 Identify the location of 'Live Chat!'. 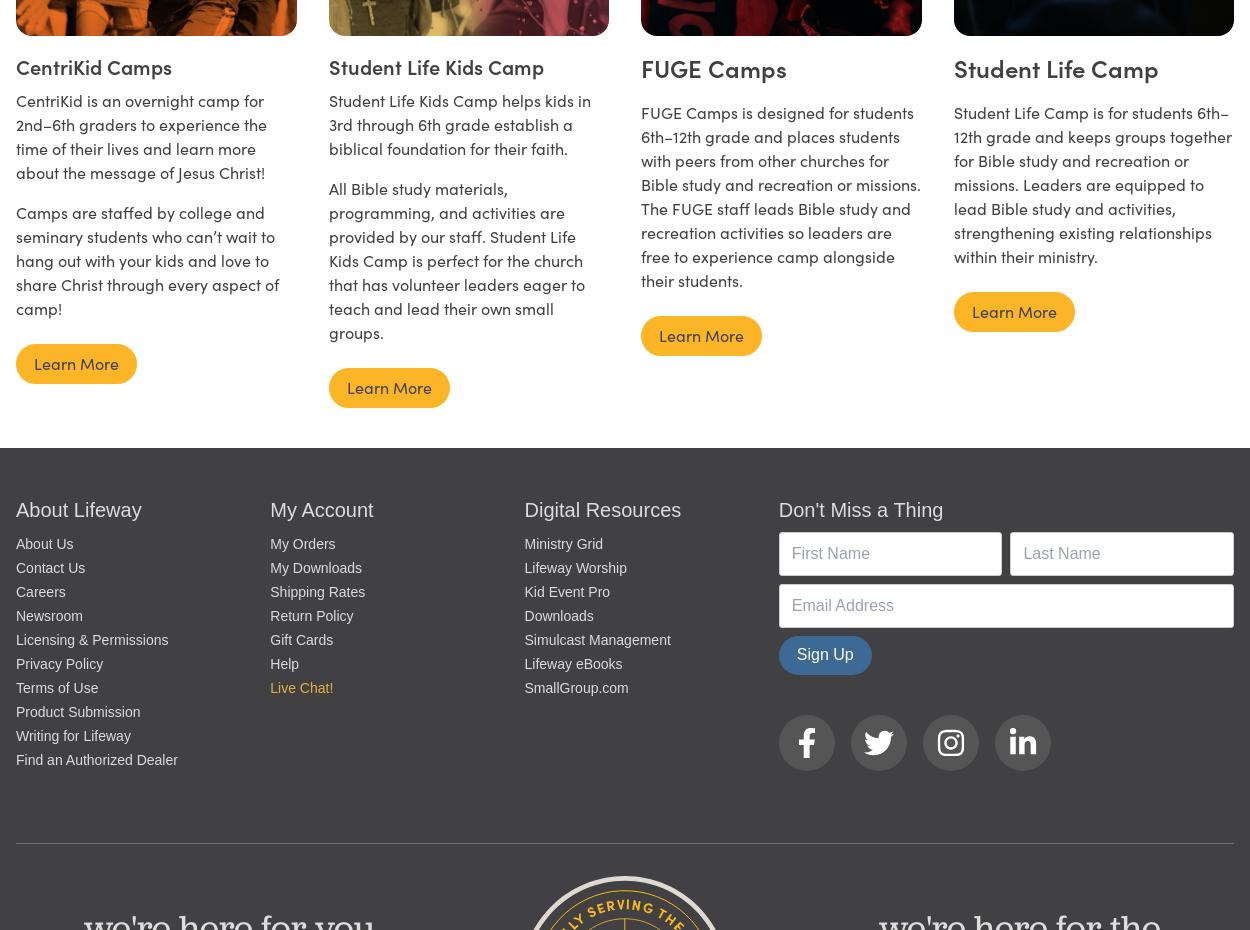
(270, 685).